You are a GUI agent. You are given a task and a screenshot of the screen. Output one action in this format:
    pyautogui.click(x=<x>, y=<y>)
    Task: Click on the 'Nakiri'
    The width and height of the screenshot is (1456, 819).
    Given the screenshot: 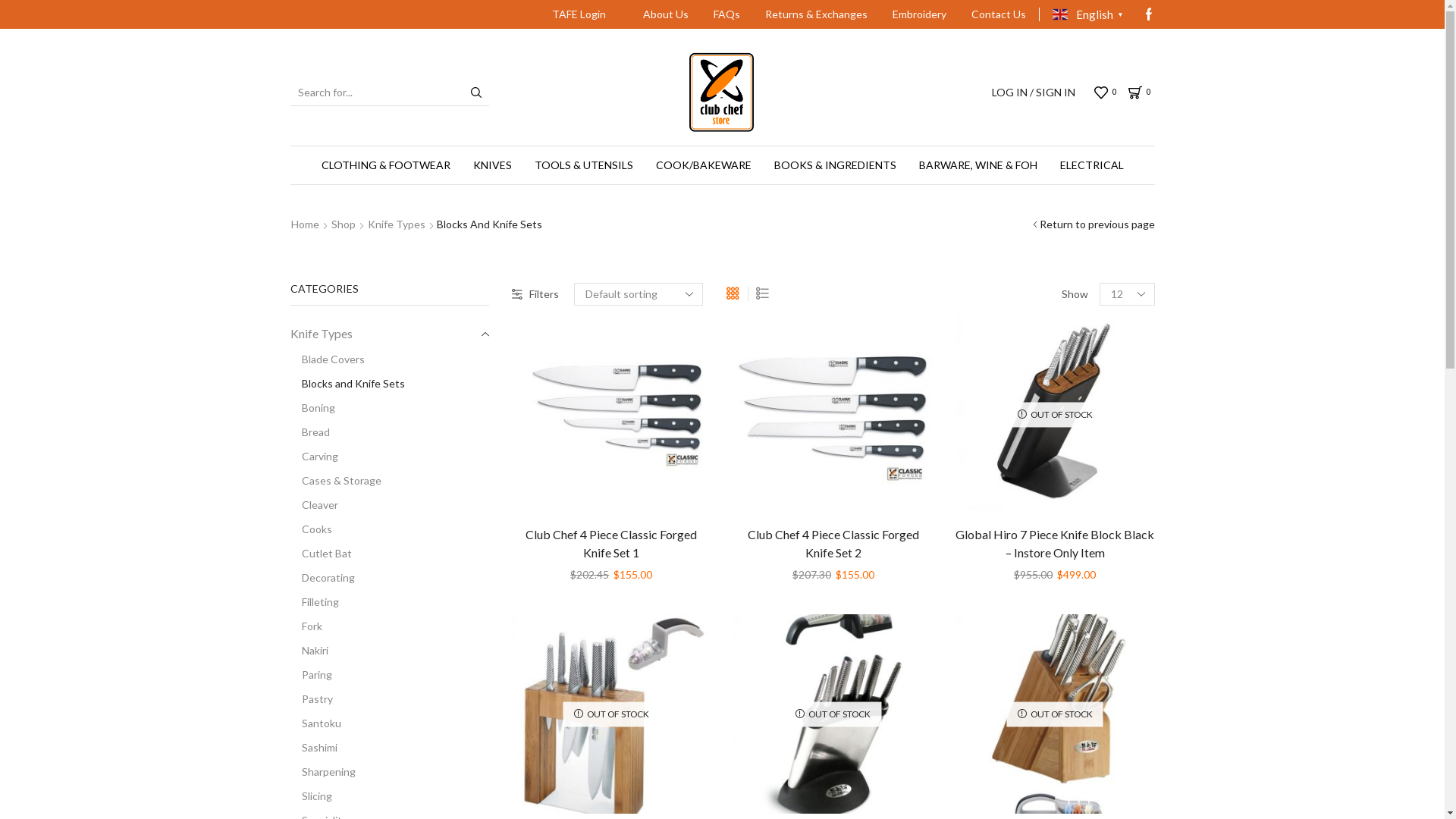 What is the action you would take?
    pyautogui.click(x=308, y=649)
    